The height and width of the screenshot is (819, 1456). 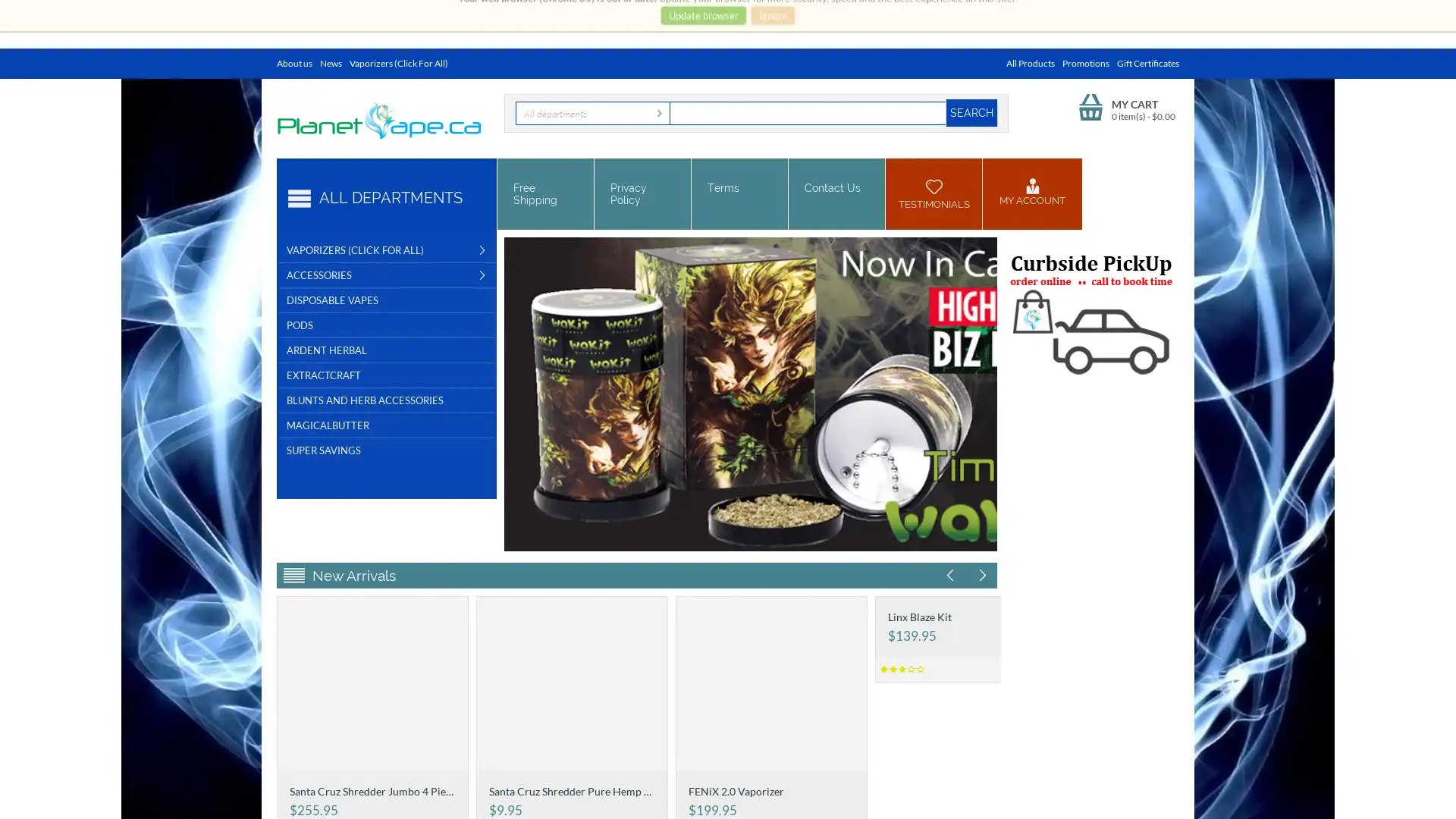 What do you see at coordinates (773, 32) in the screenshot?
I see `Ignore` at bounding box center [773, 32].